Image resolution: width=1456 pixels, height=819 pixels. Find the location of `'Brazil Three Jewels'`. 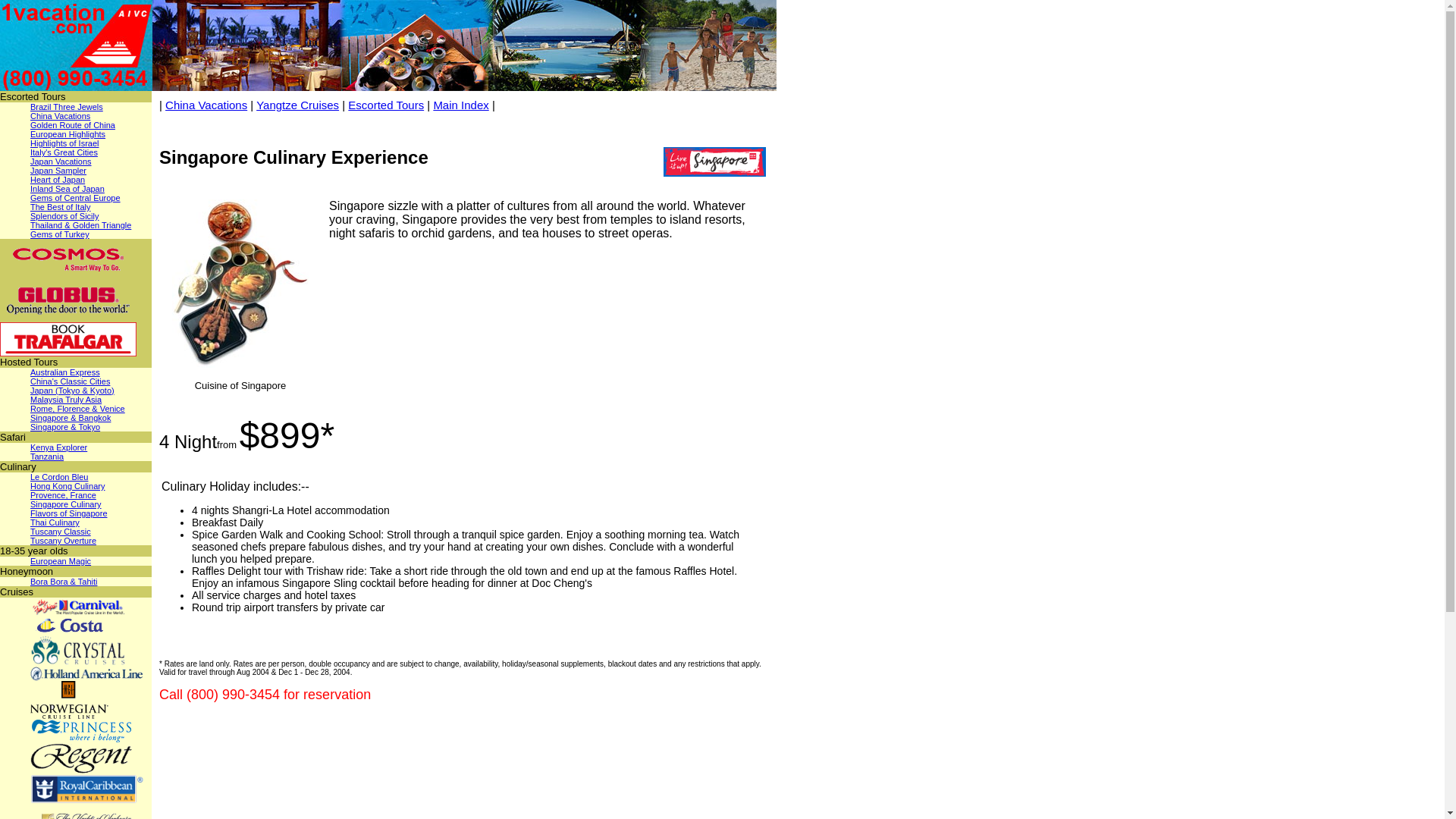

'Brazil Three Jewels' is located at coordinates (65, 106).